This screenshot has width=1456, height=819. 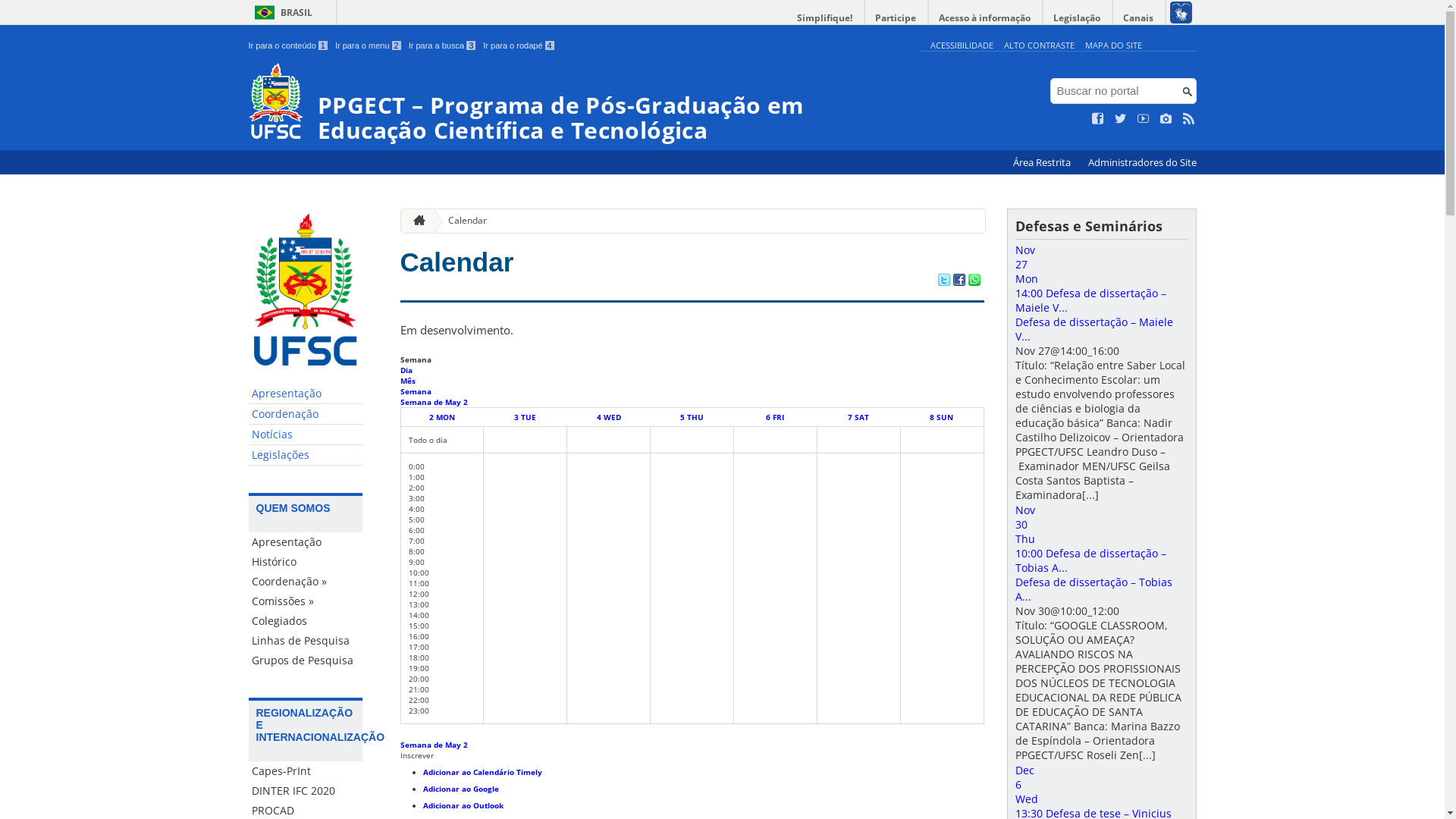 I want to click on '6 FRI', so click(x=775, y=417).